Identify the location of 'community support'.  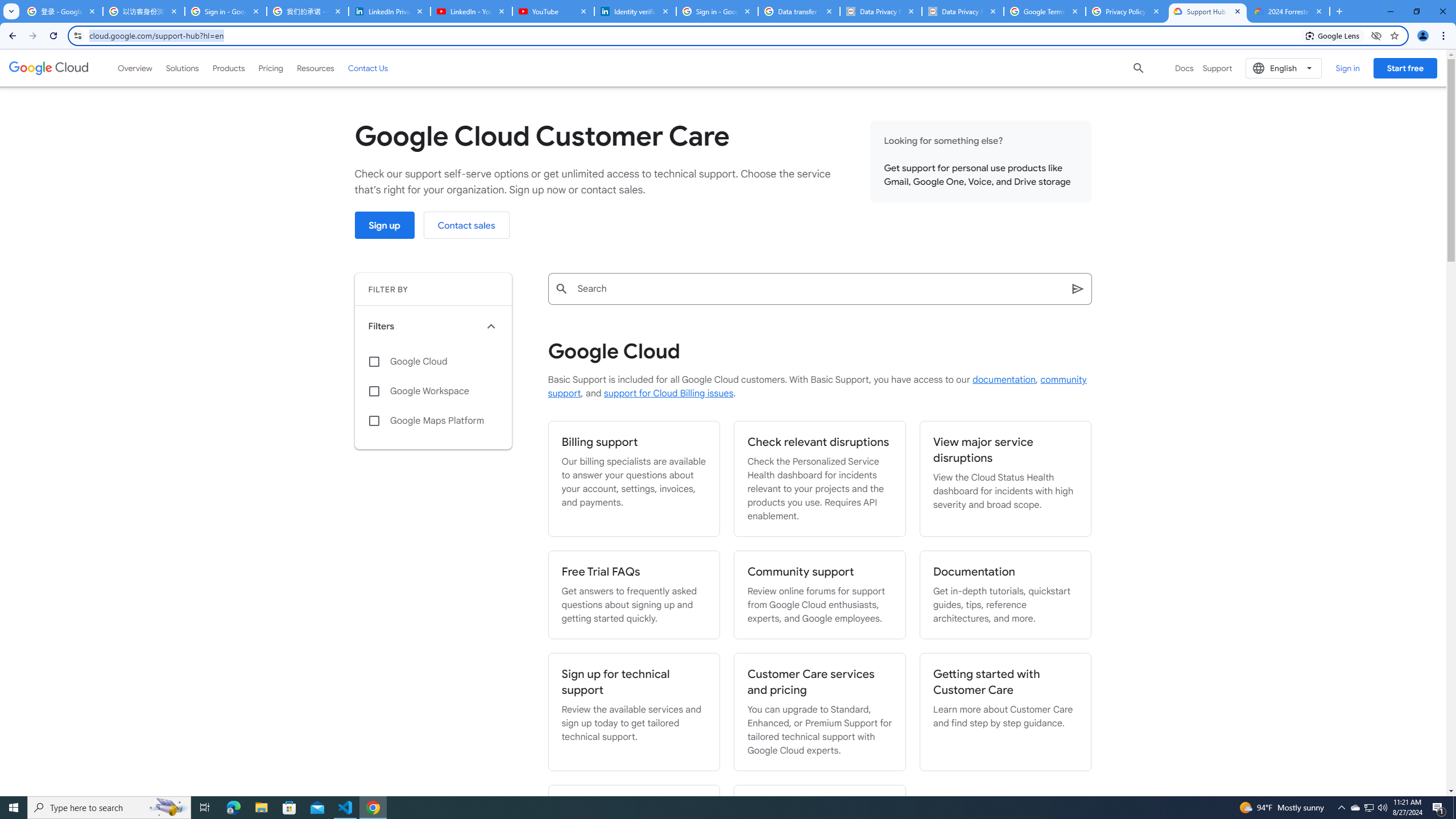
(816, 386).